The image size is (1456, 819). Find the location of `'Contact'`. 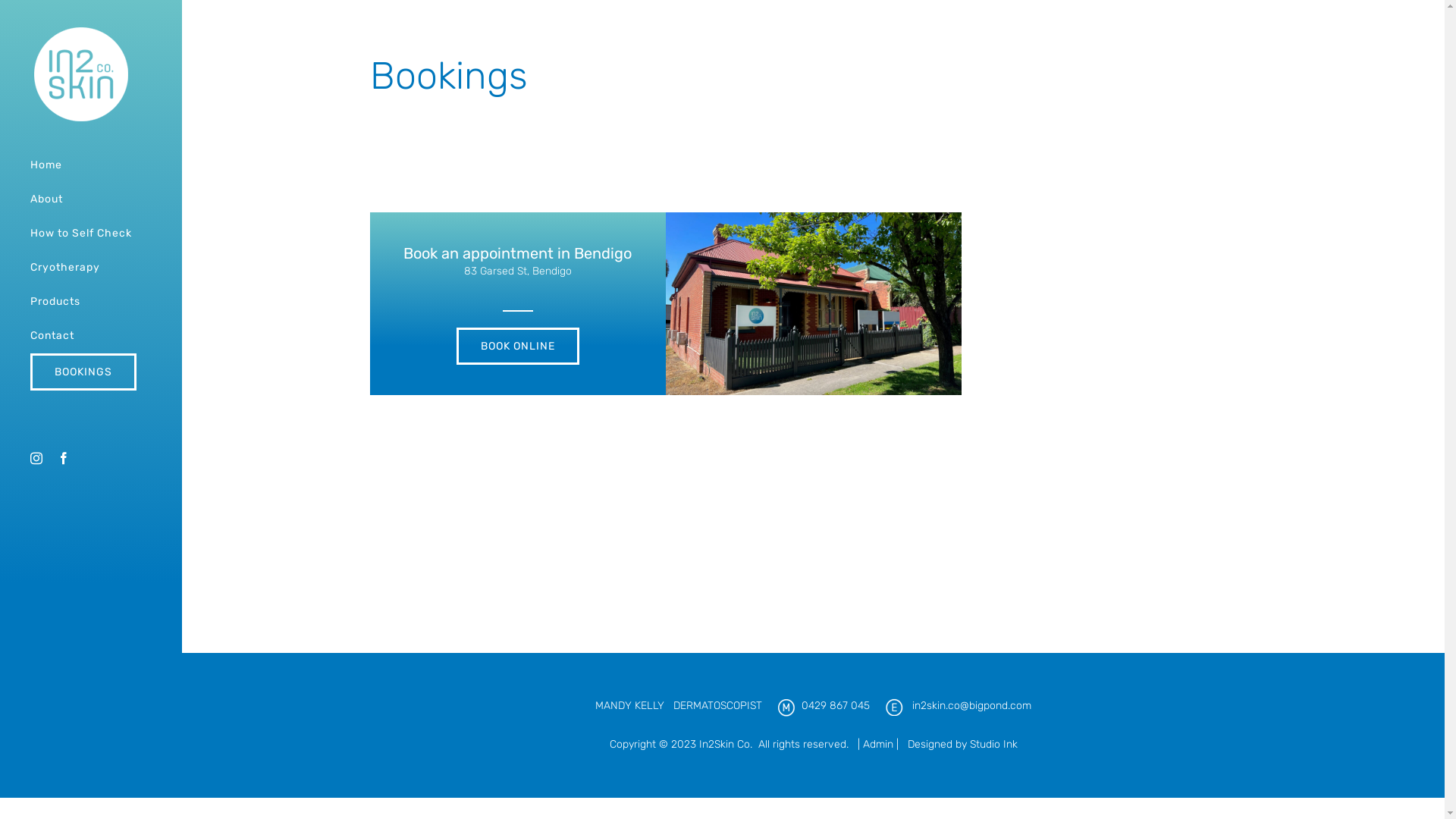

'Contact' is located at coordinates (89, 335).